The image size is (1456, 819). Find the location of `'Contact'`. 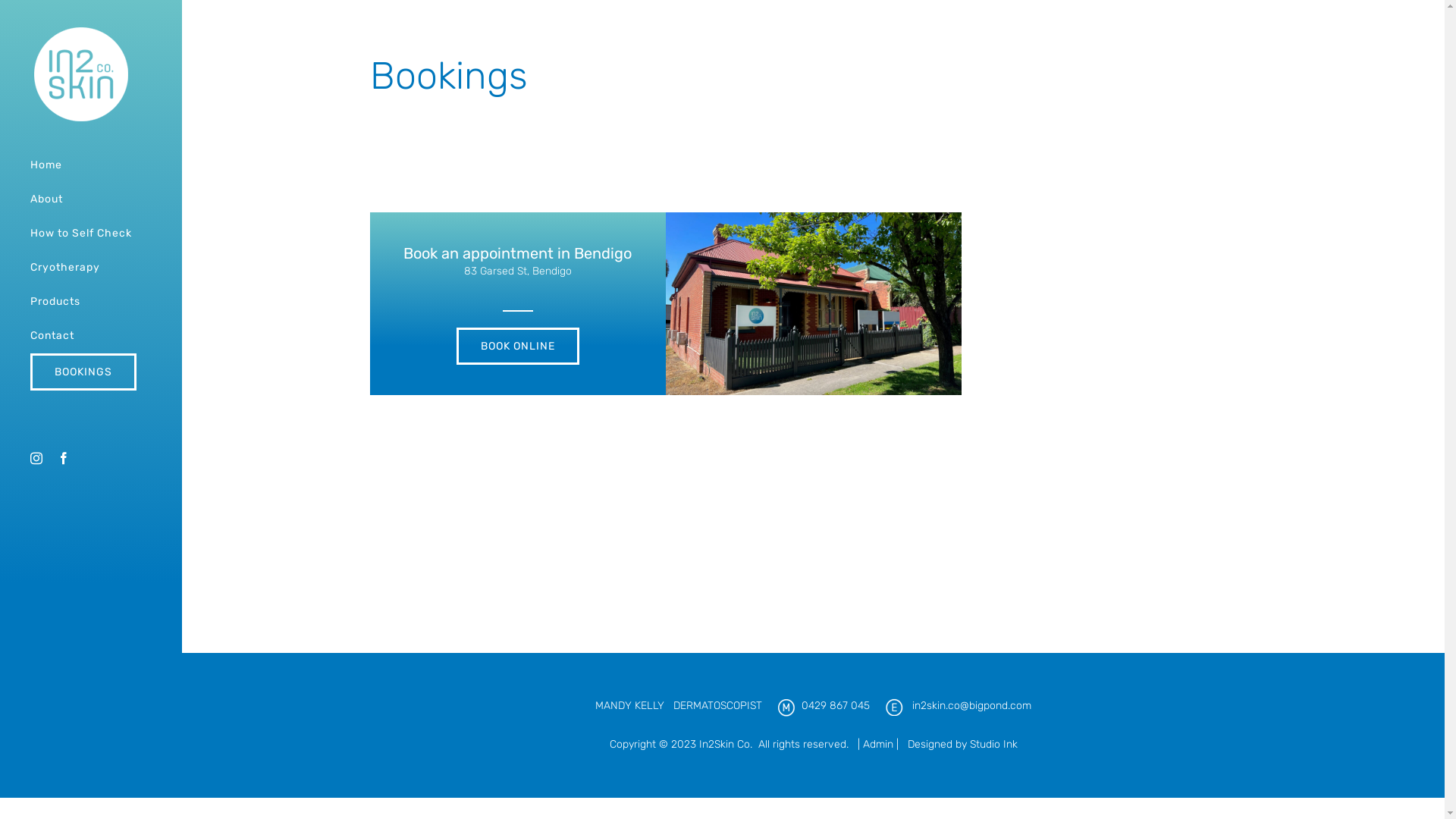

'Contact' is located at coordinates (89, 335).